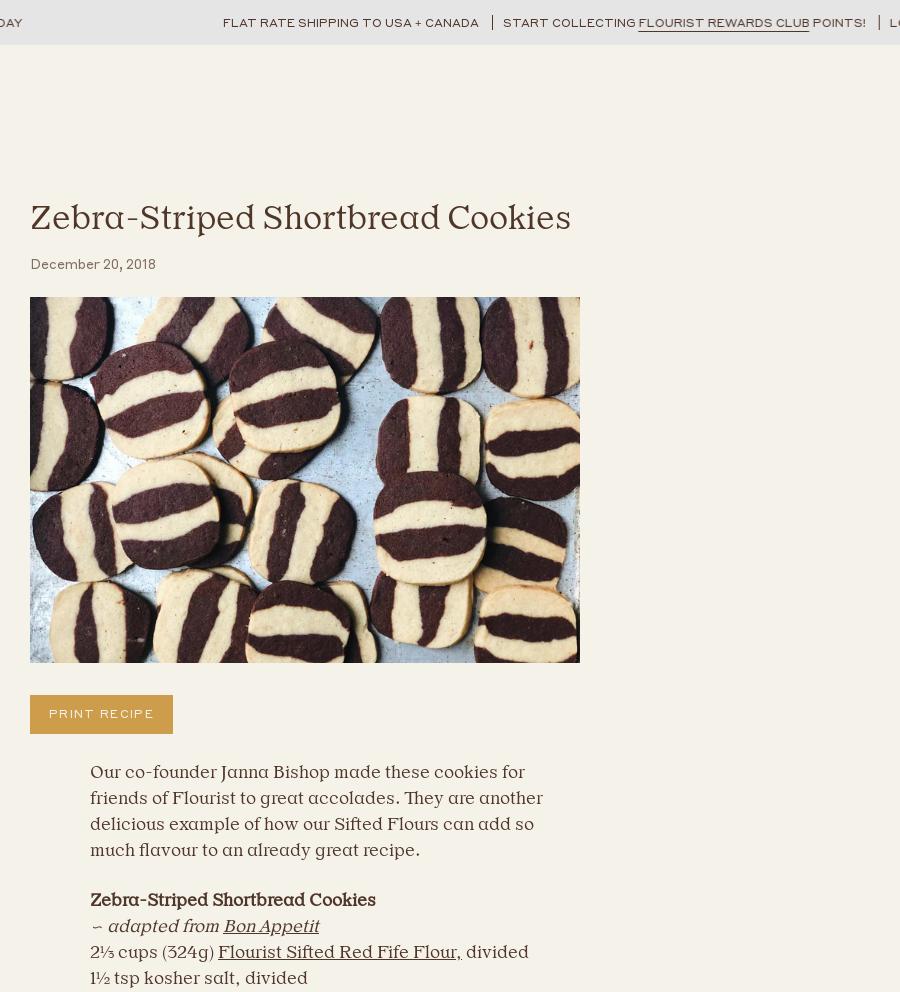 This screenshot has width=900, height=992. Describe the element at coordinates (62, 646) in the screenshot. I see `'Name'` at that location.